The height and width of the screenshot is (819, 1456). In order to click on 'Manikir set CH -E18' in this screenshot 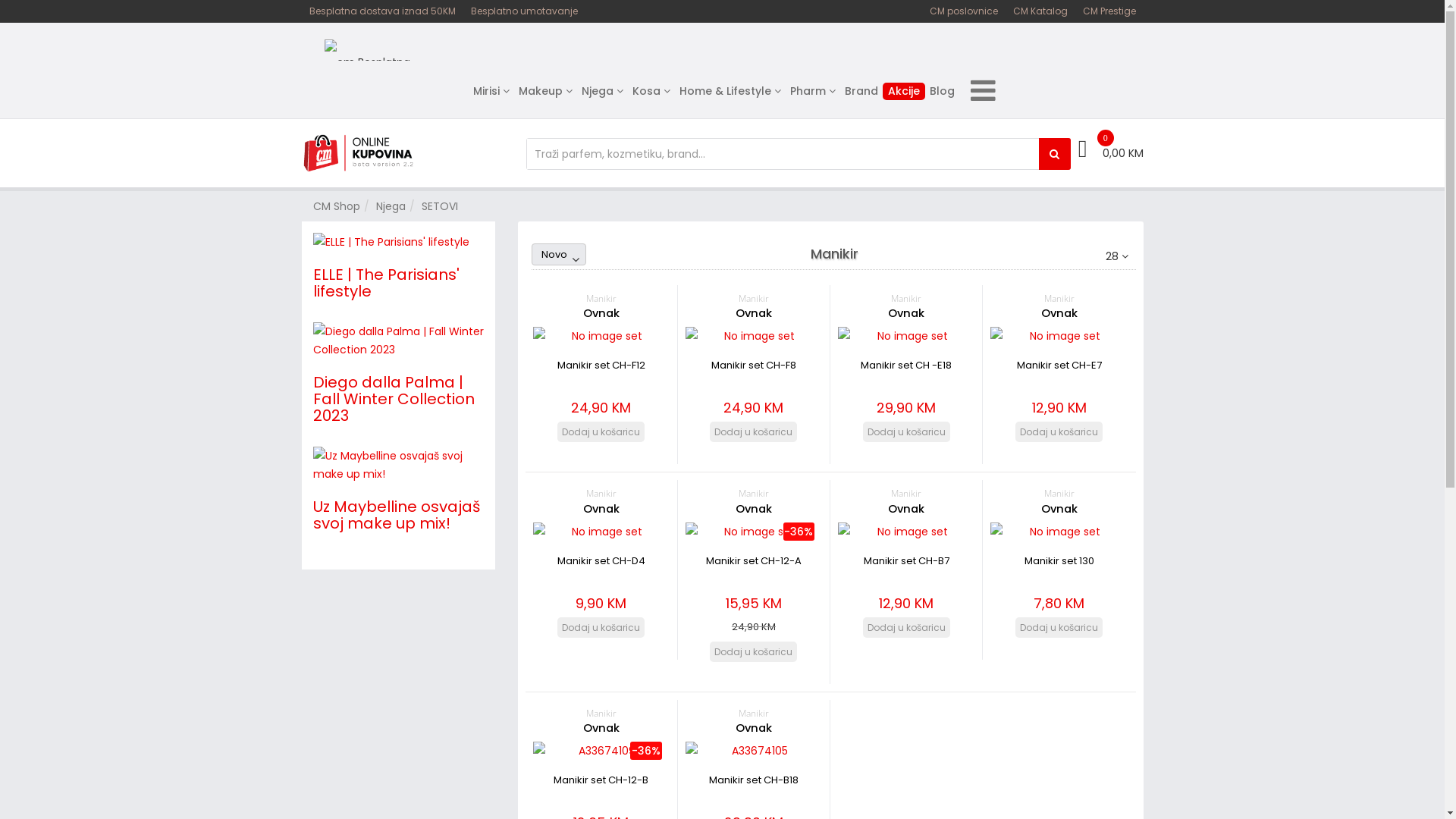, I will do `click(906, 335)`.